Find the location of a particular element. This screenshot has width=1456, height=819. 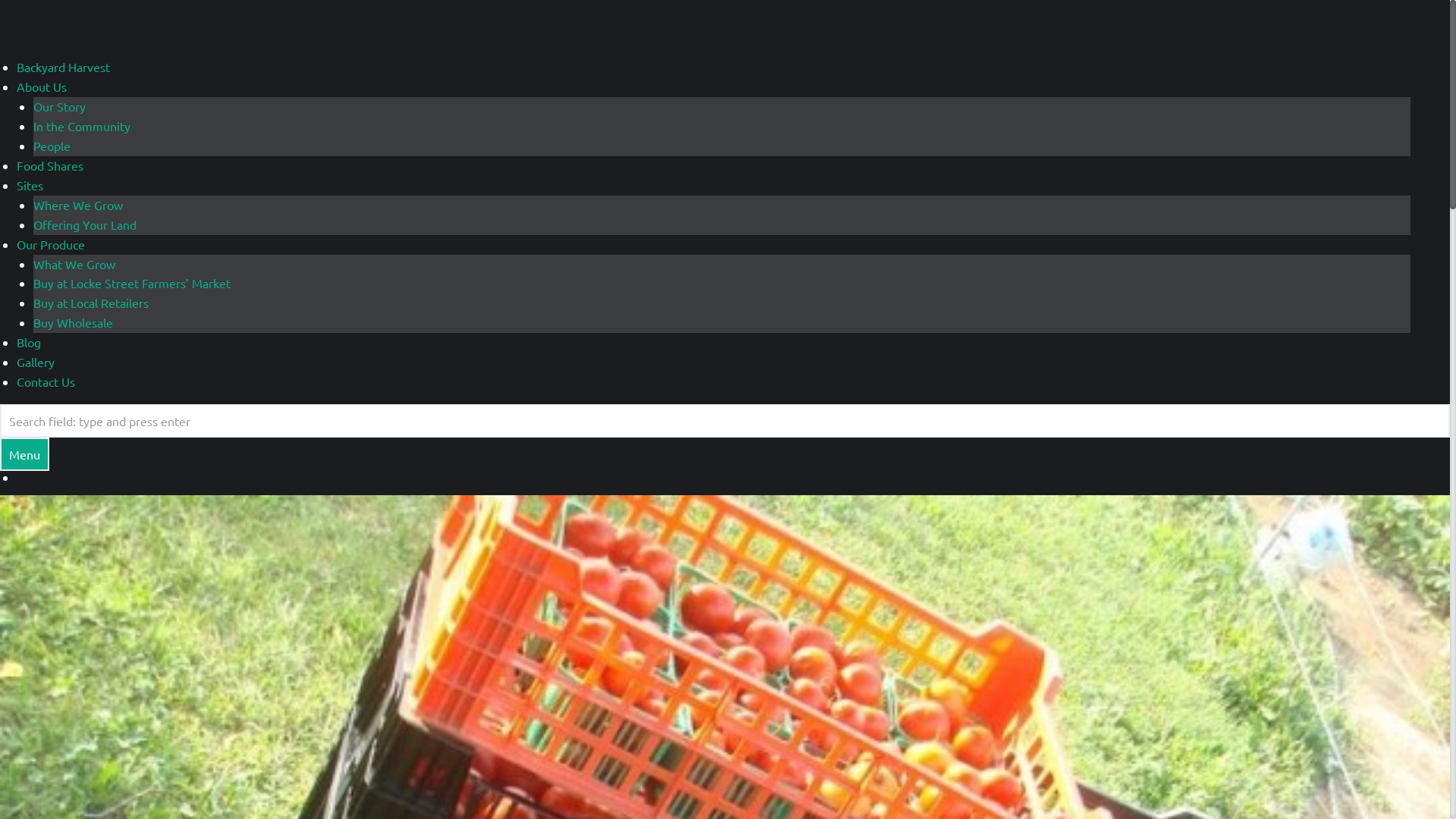

'Buy at Local Retailers' is located at coordinates (90, 302).